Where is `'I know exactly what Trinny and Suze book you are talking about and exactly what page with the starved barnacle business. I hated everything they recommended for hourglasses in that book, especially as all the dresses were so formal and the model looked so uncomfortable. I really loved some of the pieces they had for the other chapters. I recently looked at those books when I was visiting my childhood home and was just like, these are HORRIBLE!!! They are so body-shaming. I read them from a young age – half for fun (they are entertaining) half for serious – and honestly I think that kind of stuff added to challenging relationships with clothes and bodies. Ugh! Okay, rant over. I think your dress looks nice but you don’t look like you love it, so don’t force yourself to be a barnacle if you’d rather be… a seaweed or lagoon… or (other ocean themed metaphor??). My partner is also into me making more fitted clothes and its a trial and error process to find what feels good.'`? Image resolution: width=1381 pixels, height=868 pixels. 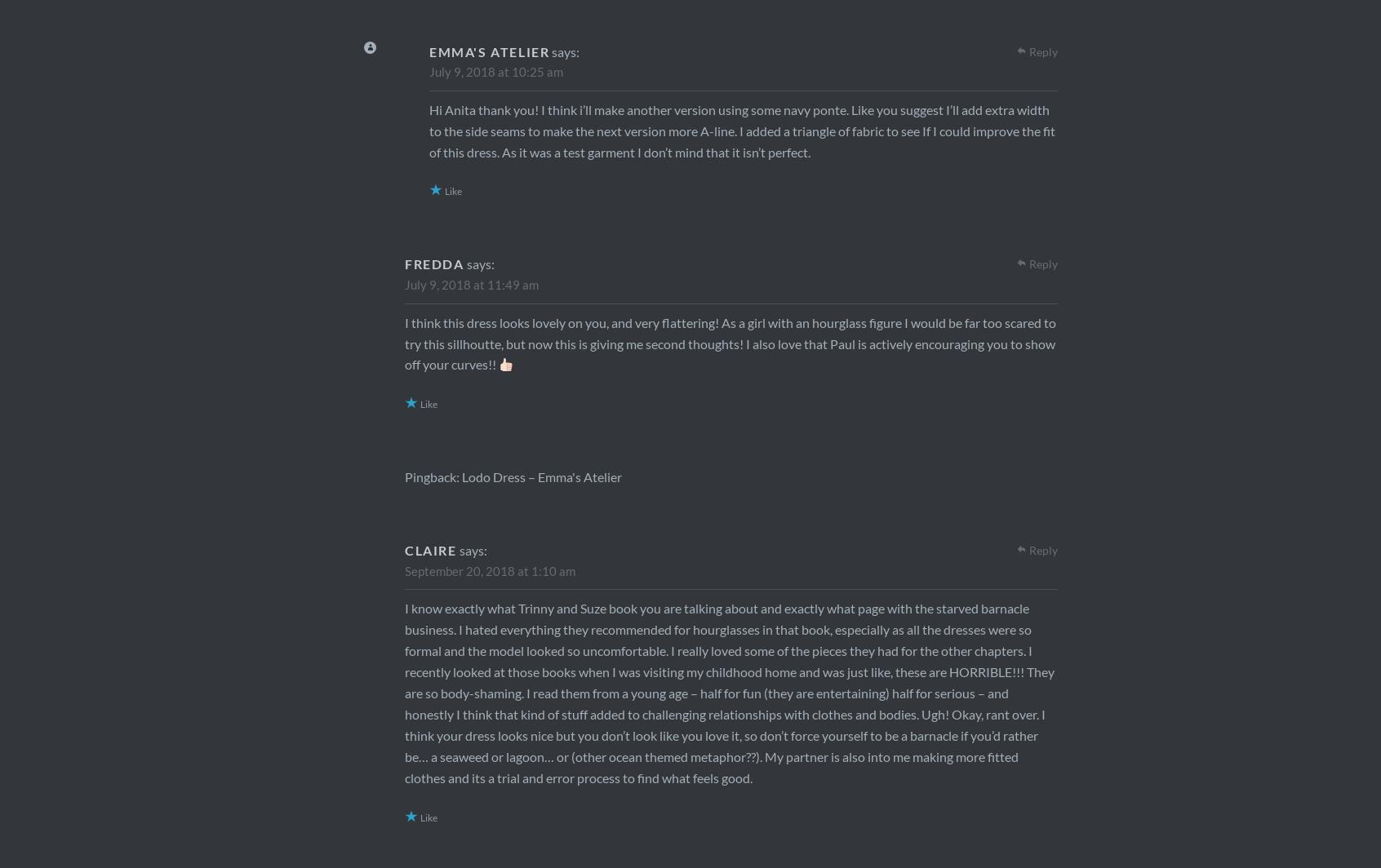 'I know exactly what Trinny and Suze book you are talking about and exactly what page with the starved barnacle business. I hated everything they recommended for hourglasses in that book, especially as all the dresses were so formal and the model looked so uncomfortable. I really loved some of the pieces they had for the other chapters. I recently looked at those books when I was visiting my childhood home and was just like, these are HORRIBLE!!! They are so body-shaming. I read them from a young age – half for fun (they are entertaining) half for serious – and honestly I think that kind of stuff added to challenging relationships with clothes and bodies. Ugh! Okay, rant over. I think your dress looks nice but you don’t look like you love it, so don’t force yourself to be a barnacle if you’d rather be… a seaweed or lagoon… or (other ocean themed metaphor??). My partner is also into me making more fitted clothes and its a trial and error process to find what feels good.' is located at coordinates (729, 692).